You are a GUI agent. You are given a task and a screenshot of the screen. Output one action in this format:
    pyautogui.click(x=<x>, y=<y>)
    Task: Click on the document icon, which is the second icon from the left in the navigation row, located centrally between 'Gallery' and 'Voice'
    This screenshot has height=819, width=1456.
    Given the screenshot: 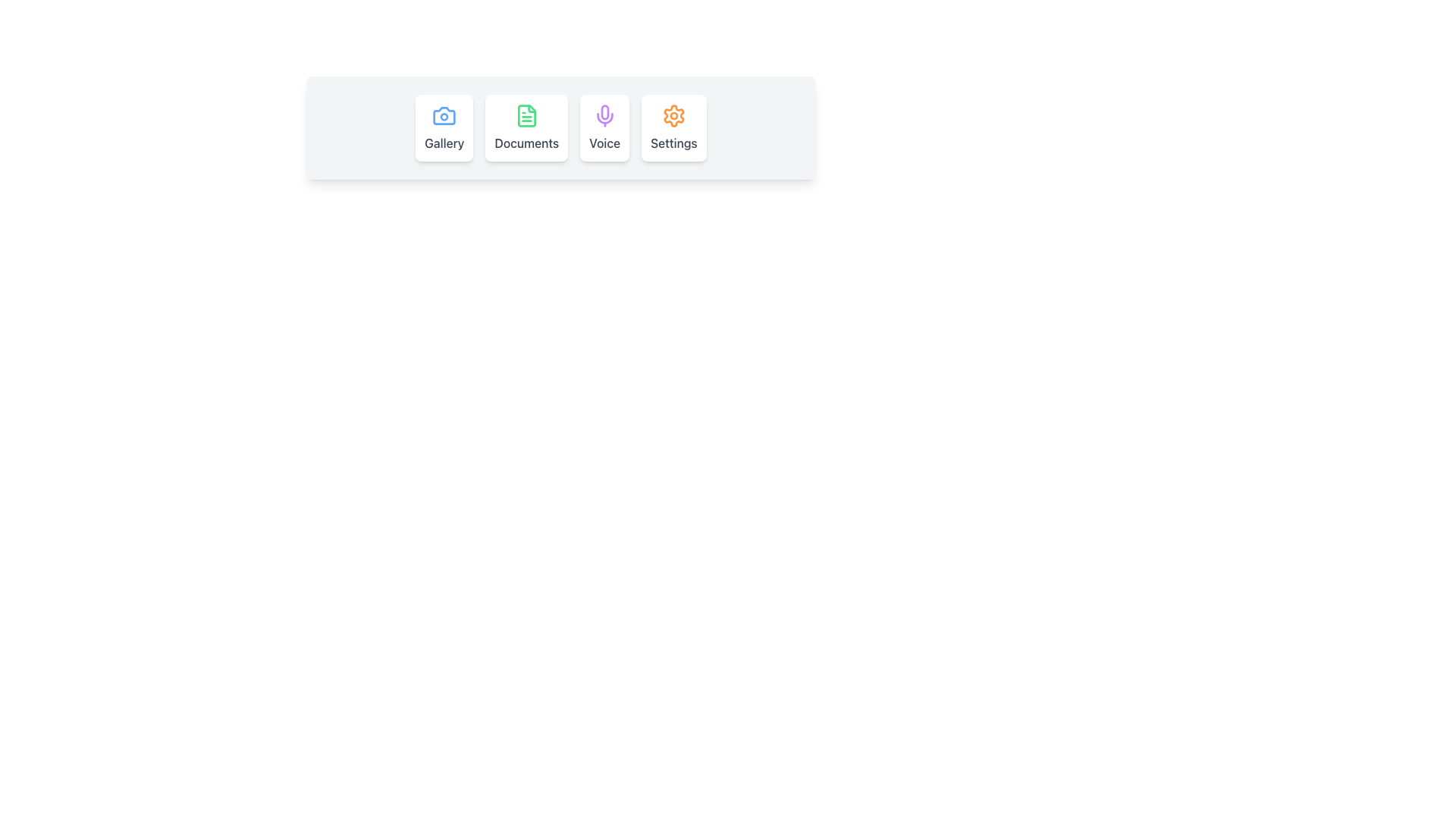 What is the action you would take?
    pyautogui.click(x=526, y=115)
    